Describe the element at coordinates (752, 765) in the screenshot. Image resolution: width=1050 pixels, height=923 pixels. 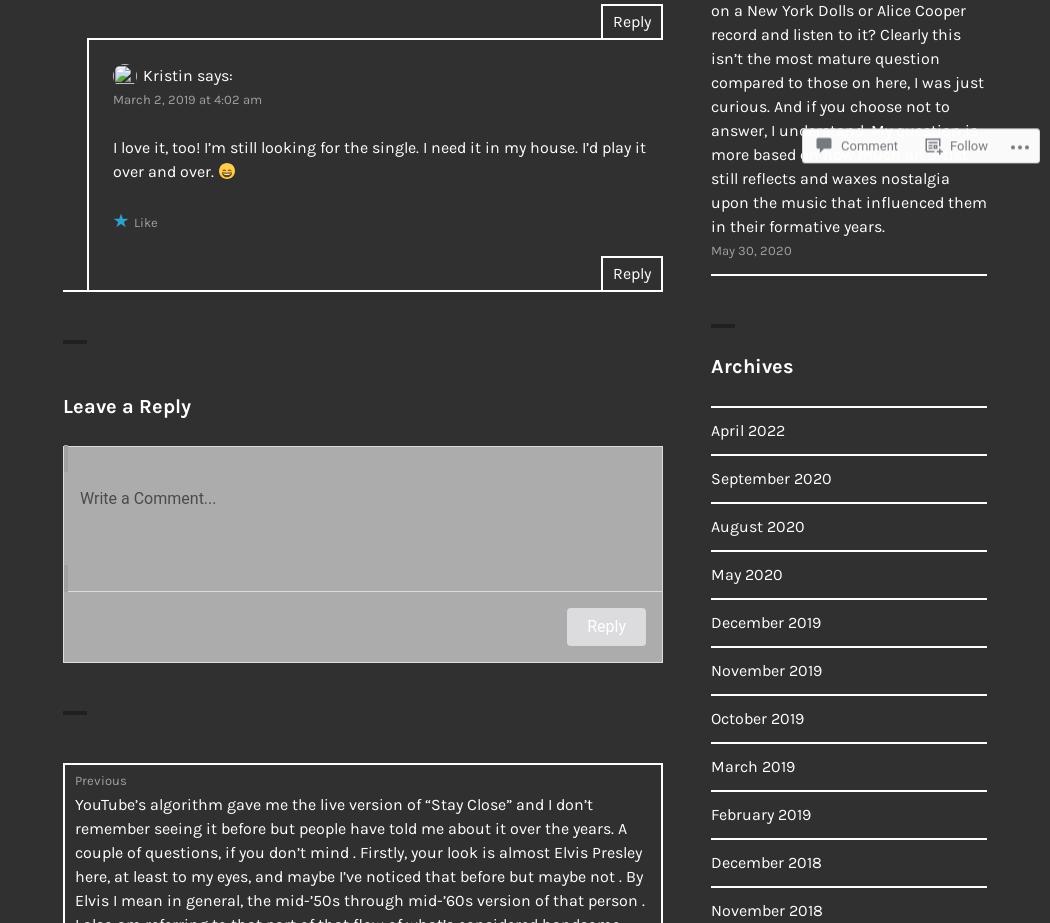
I see `'March 2019'` at that location.